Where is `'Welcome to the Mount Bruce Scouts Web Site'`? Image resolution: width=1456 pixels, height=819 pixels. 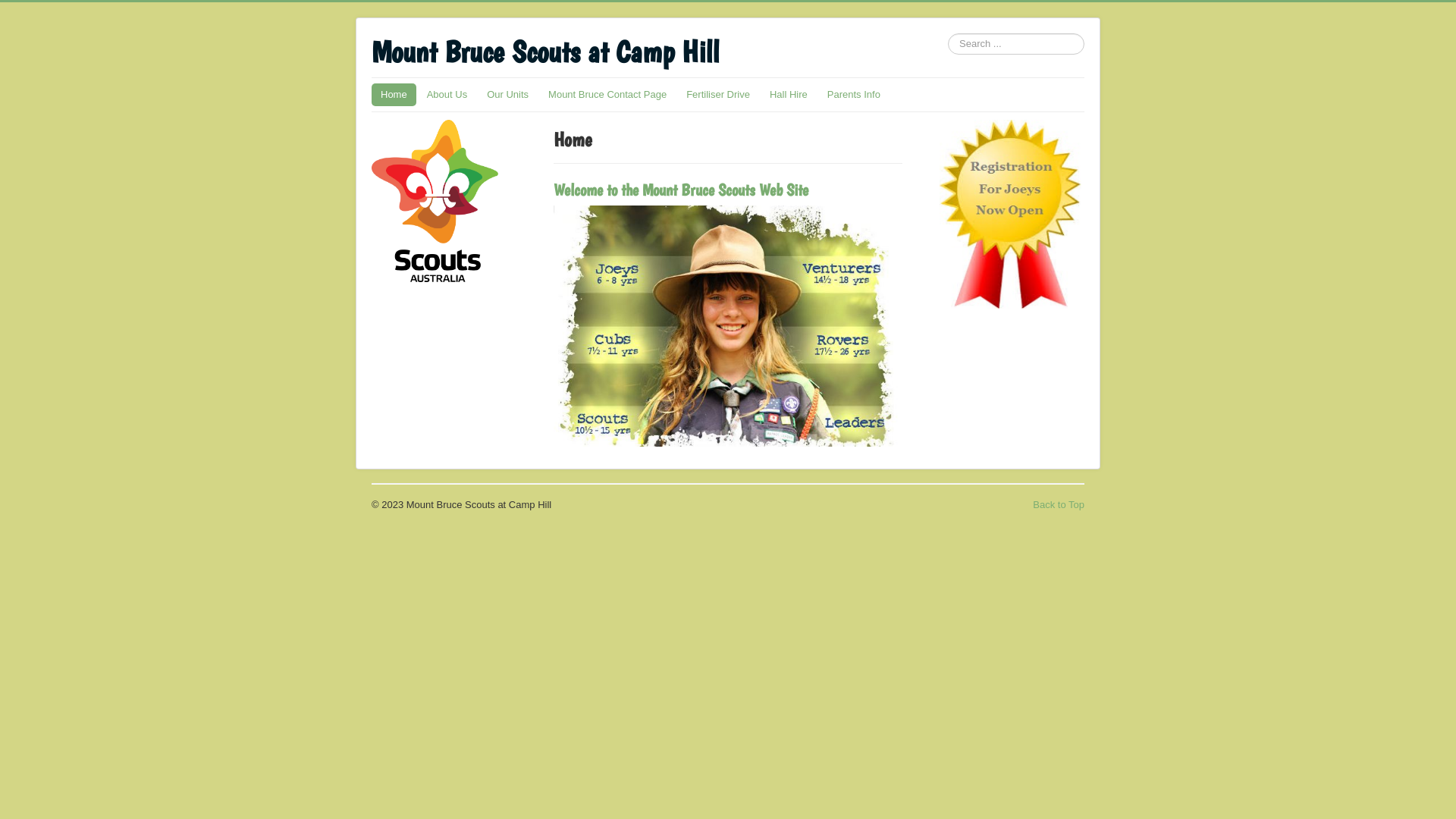
'Welcome to the Mount Bruce Scouts Web Site' is located at coordinates (679, 189).